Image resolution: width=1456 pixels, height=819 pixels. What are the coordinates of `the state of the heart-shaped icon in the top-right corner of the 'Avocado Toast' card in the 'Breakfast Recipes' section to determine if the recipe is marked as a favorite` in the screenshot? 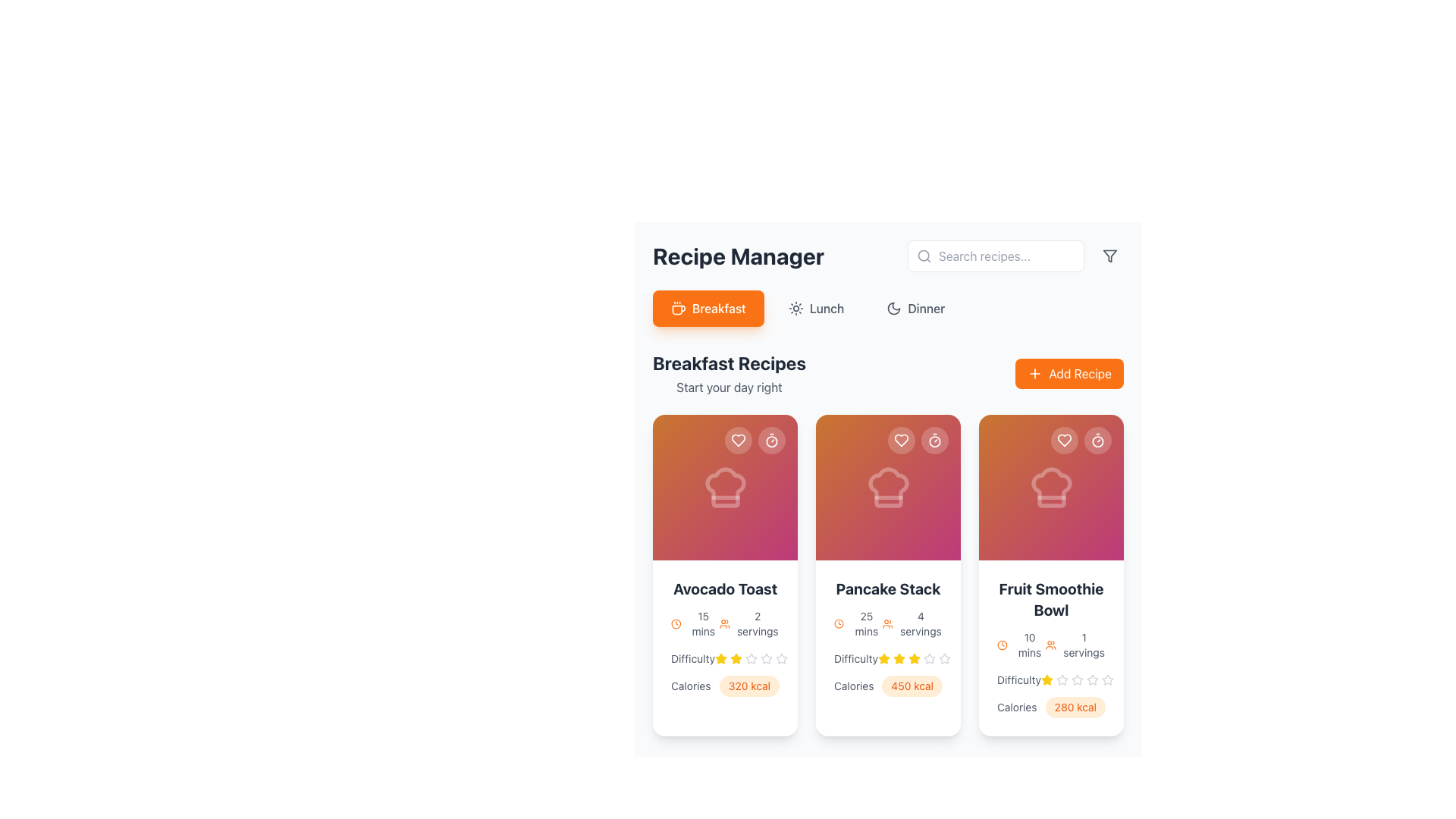 It's located at (739, 441).